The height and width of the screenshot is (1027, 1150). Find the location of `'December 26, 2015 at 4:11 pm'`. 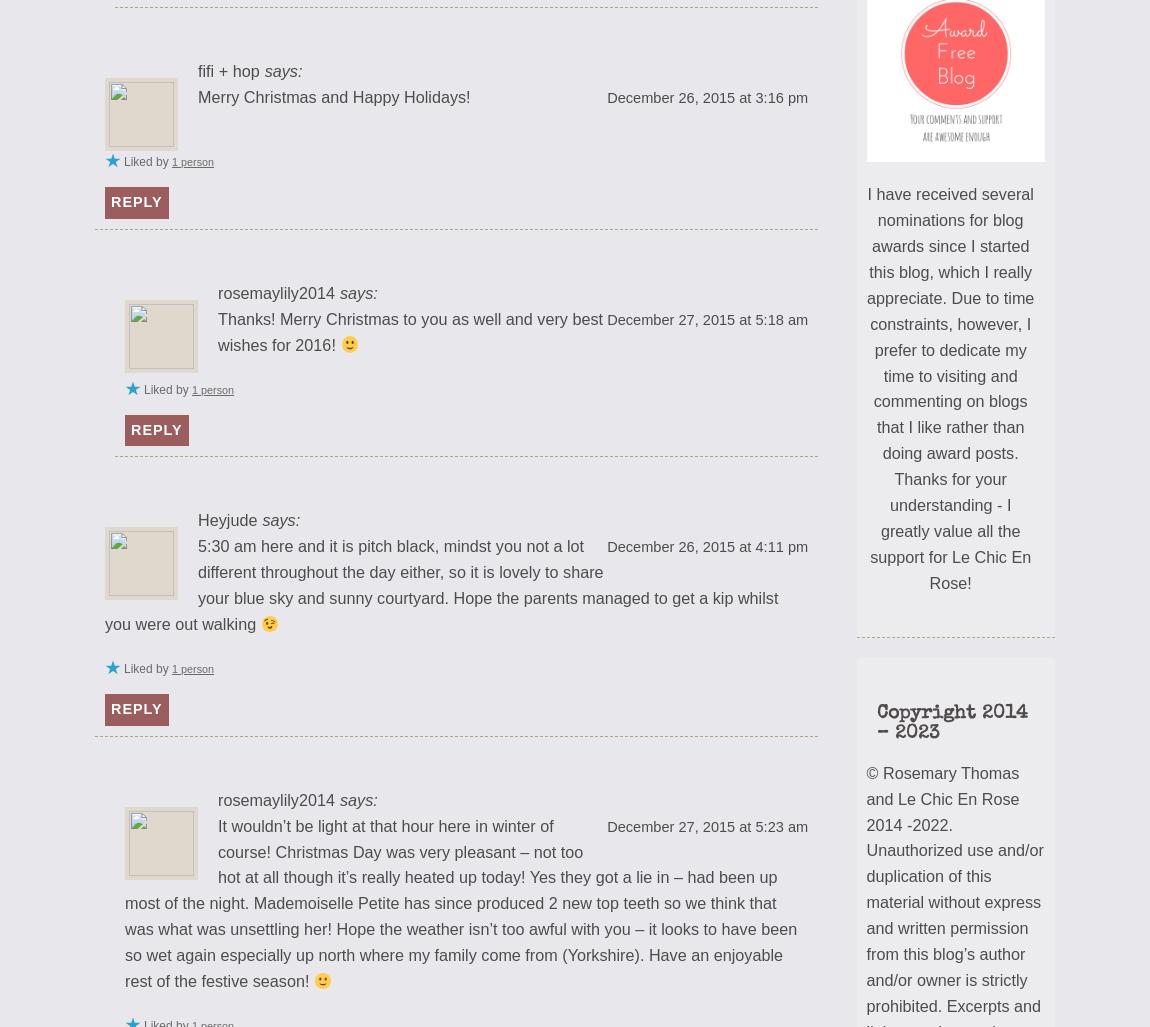

'December 26, 2015 at 4:11 pm' is located at coordinates (706, 545).